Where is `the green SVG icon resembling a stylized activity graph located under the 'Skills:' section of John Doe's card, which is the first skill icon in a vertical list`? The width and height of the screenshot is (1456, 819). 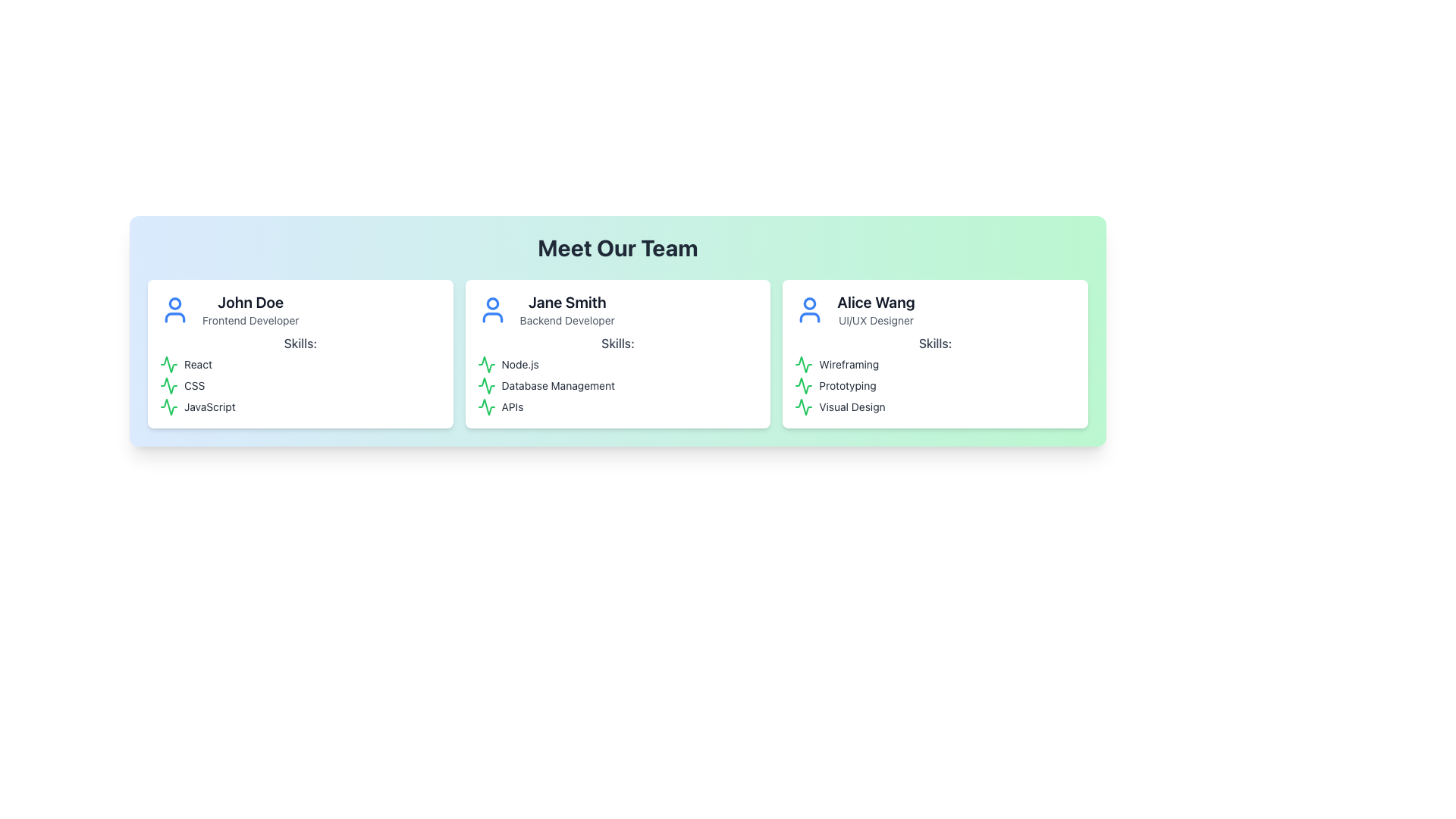
the green SVG icon resembling a stylized activity graph located under the 'Skills:' section of John Doe's card, which is the first skill icon in a vertical list is located at coordinates (168, 406).